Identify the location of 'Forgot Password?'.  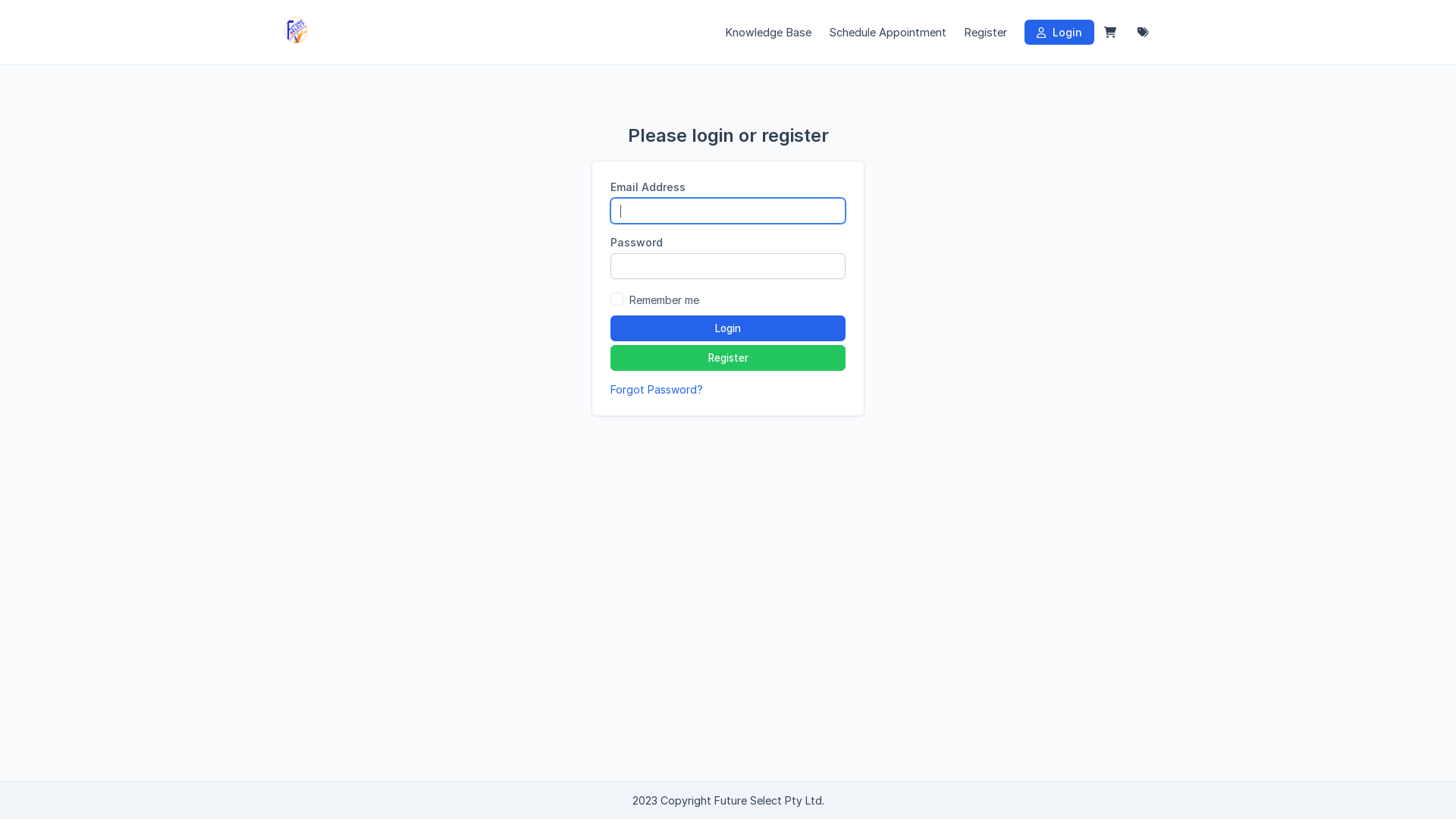
(656, 388).